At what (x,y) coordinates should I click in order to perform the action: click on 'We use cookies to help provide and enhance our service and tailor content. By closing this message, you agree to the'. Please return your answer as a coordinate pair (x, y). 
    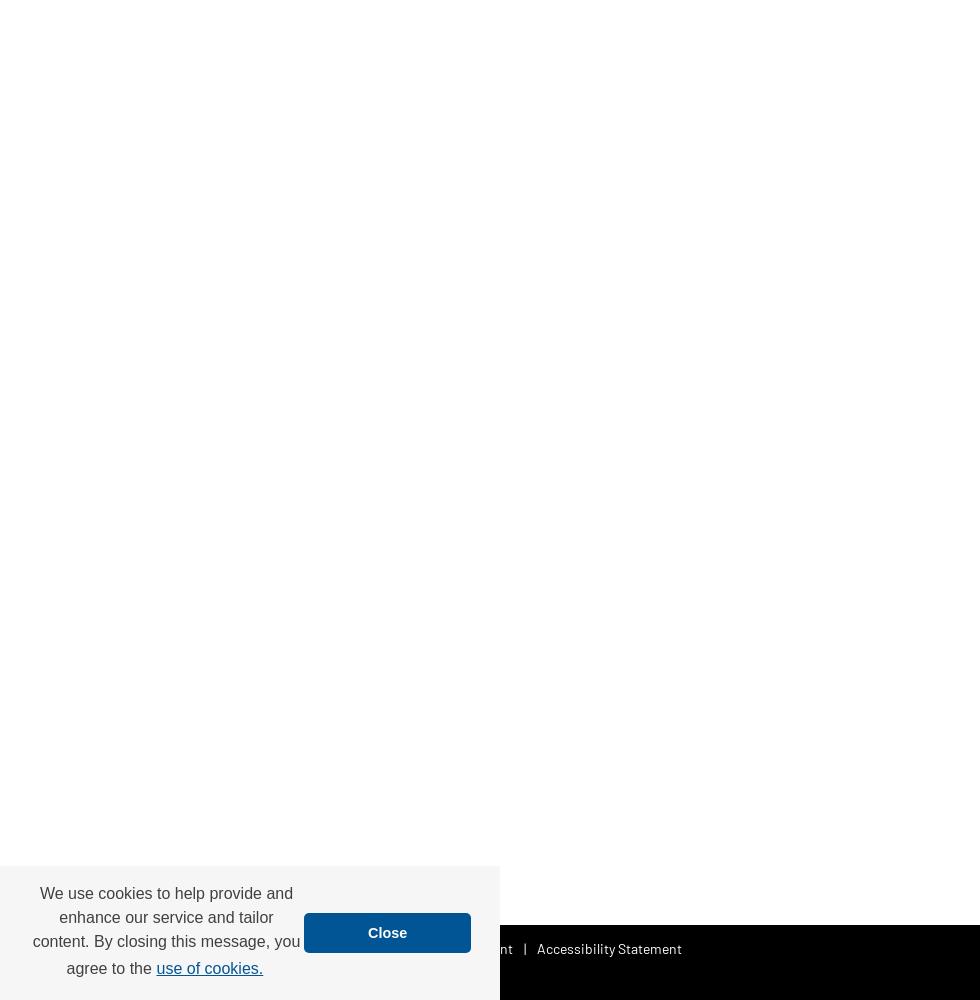
    Looking at the image, I should click on (166, 930).